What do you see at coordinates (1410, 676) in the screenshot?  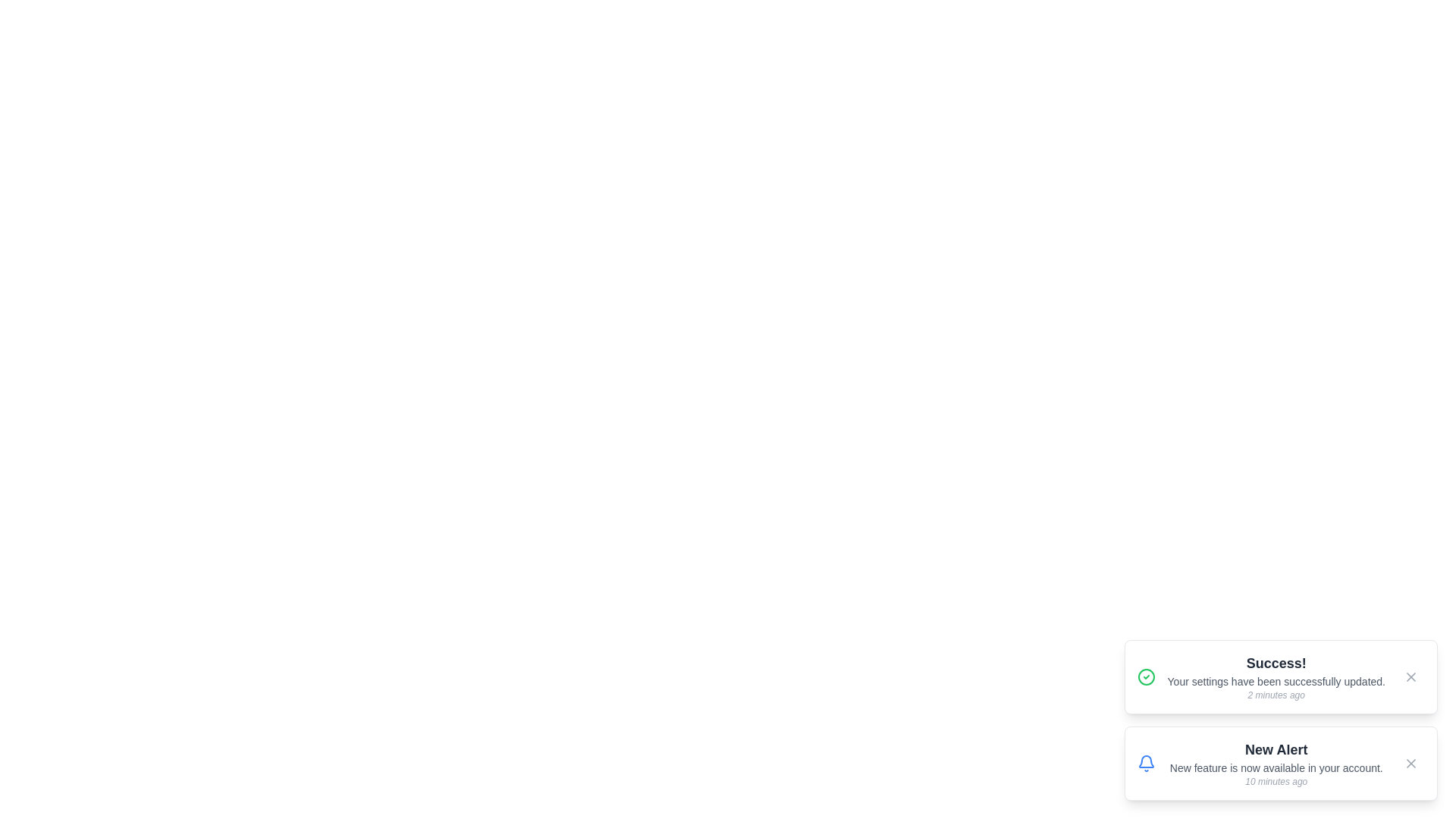 I see `the close button of the notification to dismiss it` at bounding box center [1410, 676].